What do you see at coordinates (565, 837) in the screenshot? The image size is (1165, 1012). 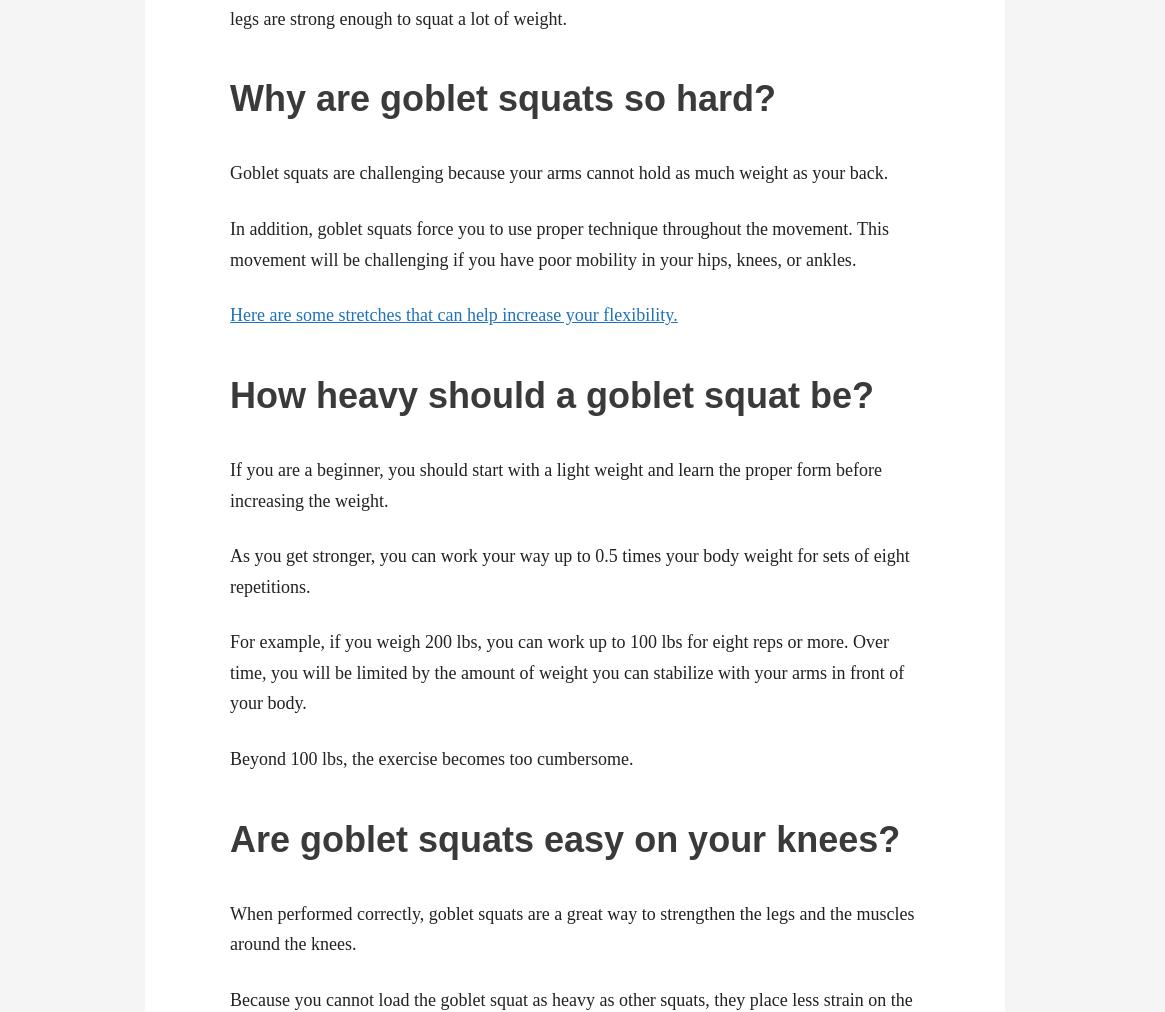 I see `'Are goblet squats easy on your knees?'` at bounding box center [565, 837].